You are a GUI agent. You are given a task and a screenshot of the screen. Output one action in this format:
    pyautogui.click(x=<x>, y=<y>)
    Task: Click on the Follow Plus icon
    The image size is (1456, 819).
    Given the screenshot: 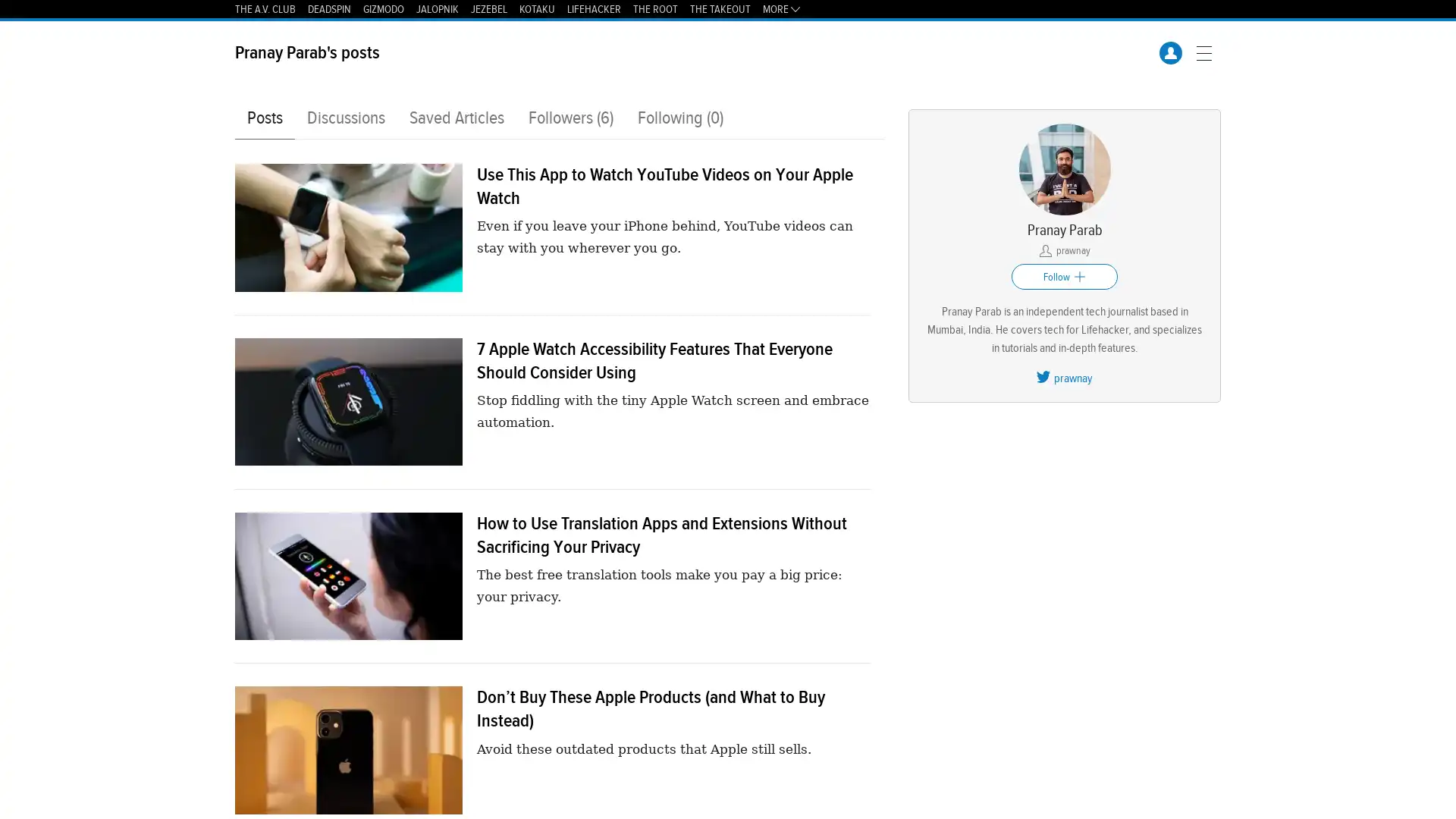 What is the action you would take?
    pyautogui.click(x=1063, y=277)
    